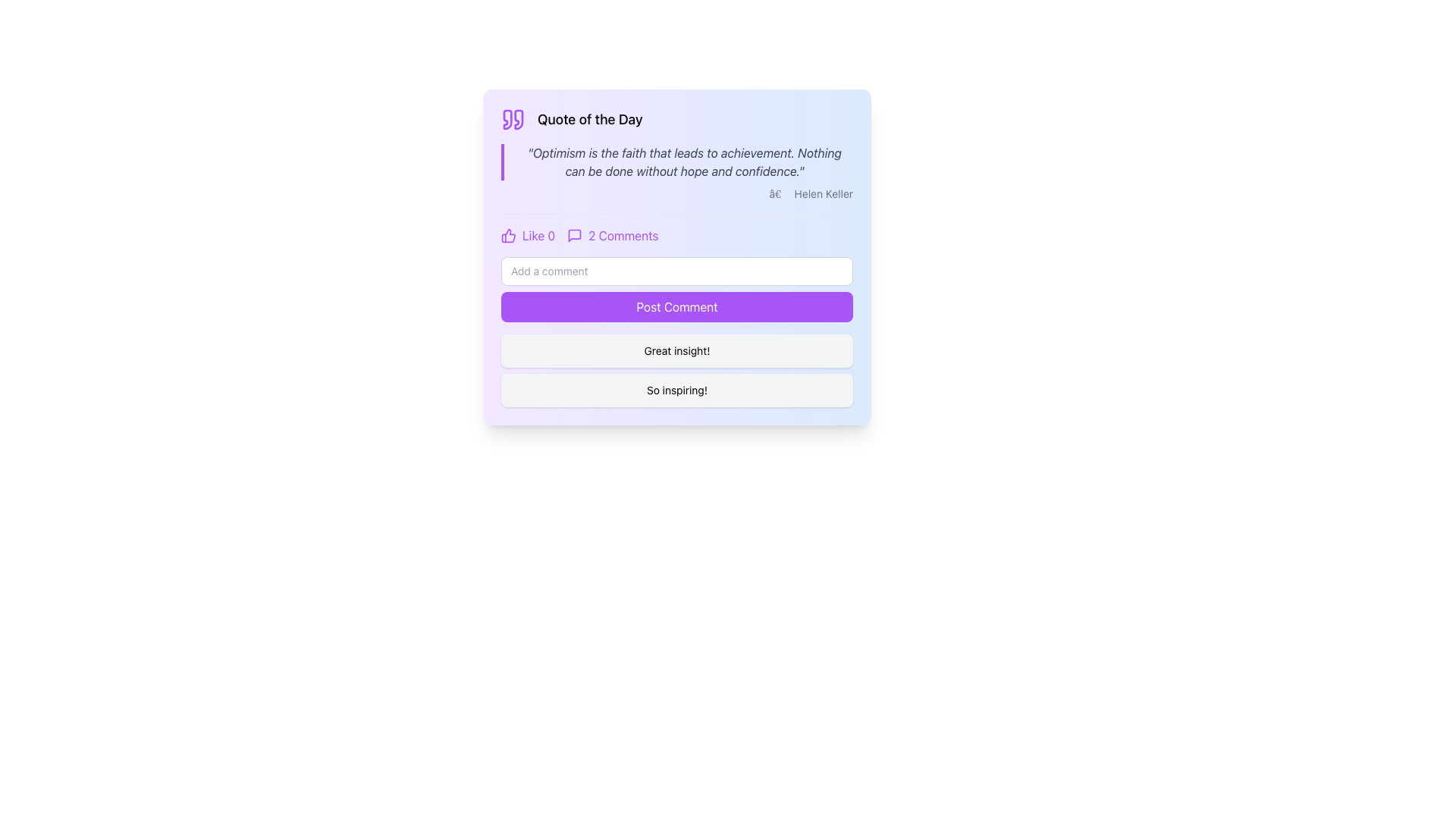 Image resolution: width=1456 pixels, height=819 pixels. Describe the element at coordinates (574, 236) in the screenshot. I see `the speech bubble icon representing the comments section, which is located` at that location.